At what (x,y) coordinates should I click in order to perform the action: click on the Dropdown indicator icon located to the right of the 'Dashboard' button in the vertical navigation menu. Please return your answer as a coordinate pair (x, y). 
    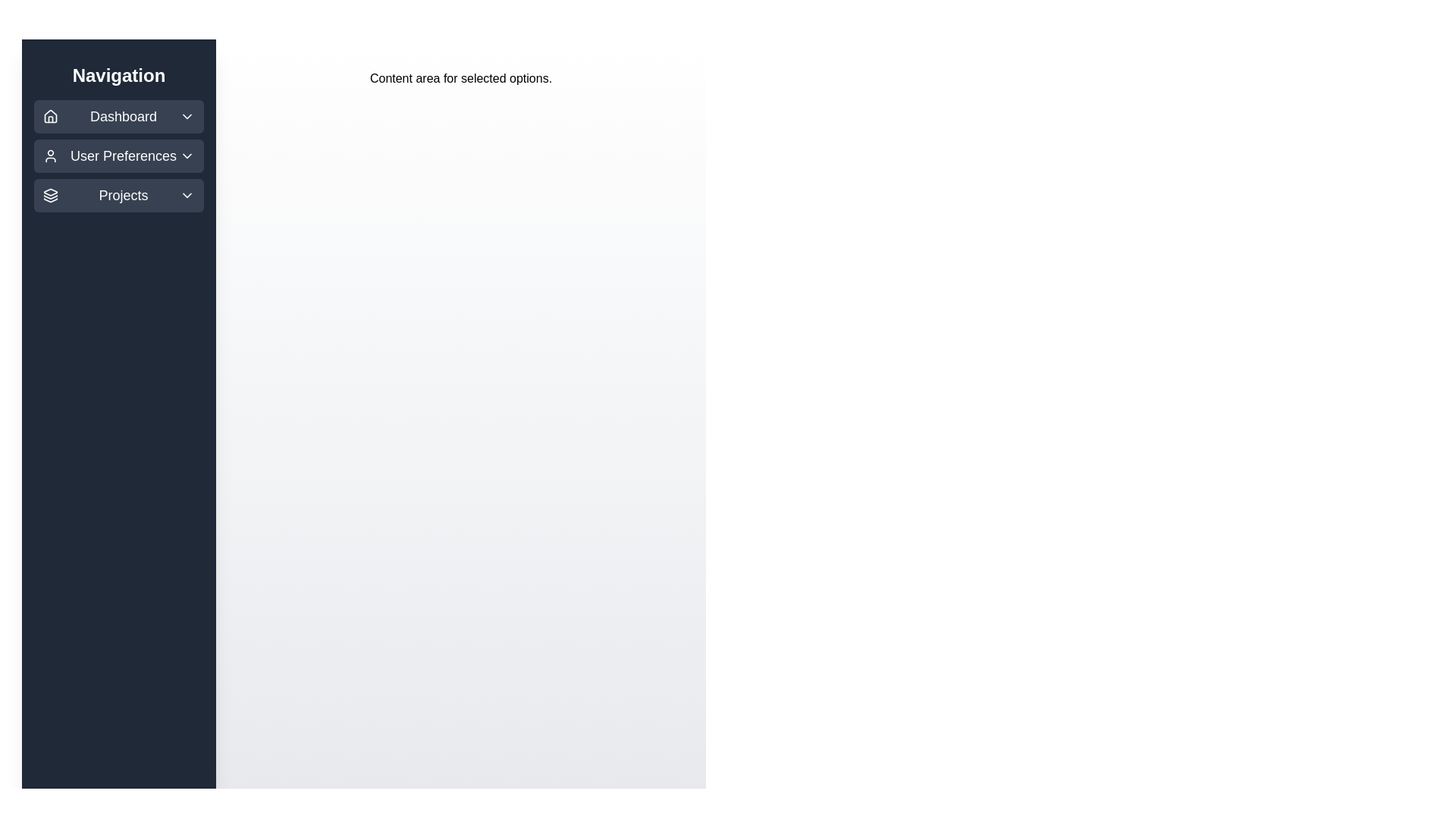
    Looking at the image, I should click on (186, 116).